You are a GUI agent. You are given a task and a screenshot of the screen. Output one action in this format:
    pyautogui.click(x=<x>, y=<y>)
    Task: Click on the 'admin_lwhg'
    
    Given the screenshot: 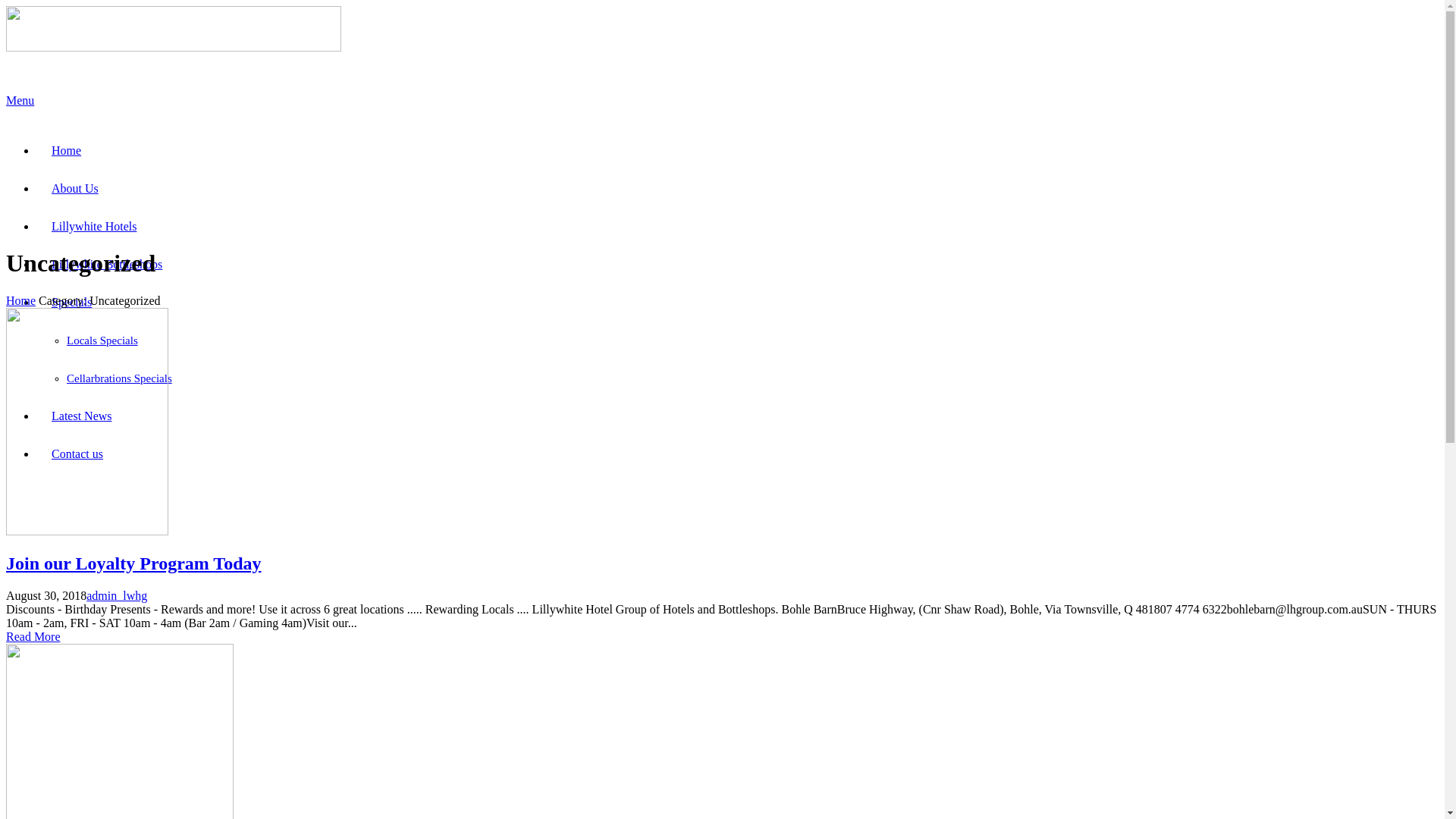 What is the action you would take?
    pyautogui.click(x=115, y=595)
    